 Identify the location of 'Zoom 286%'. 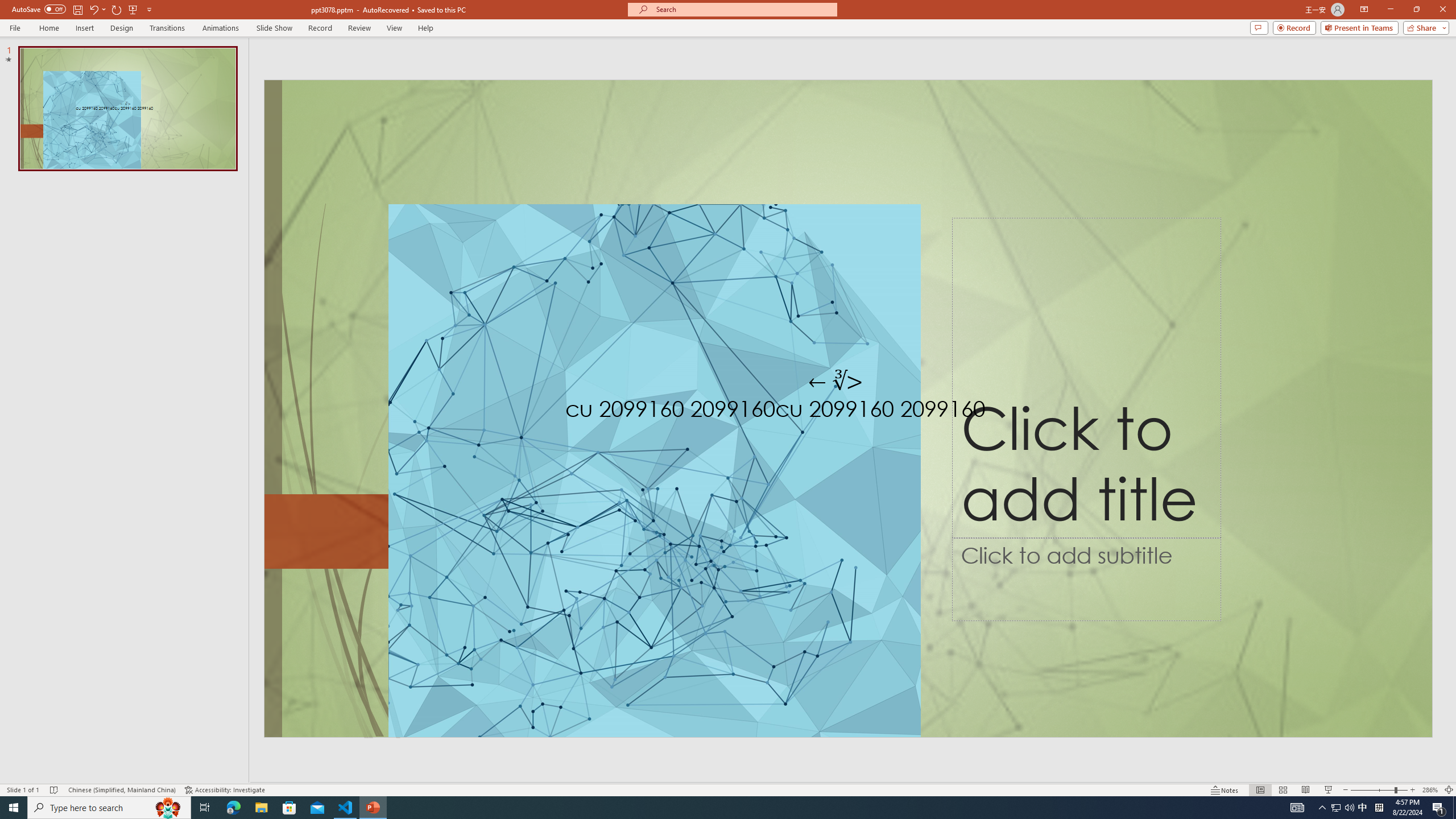
(1430, 790).